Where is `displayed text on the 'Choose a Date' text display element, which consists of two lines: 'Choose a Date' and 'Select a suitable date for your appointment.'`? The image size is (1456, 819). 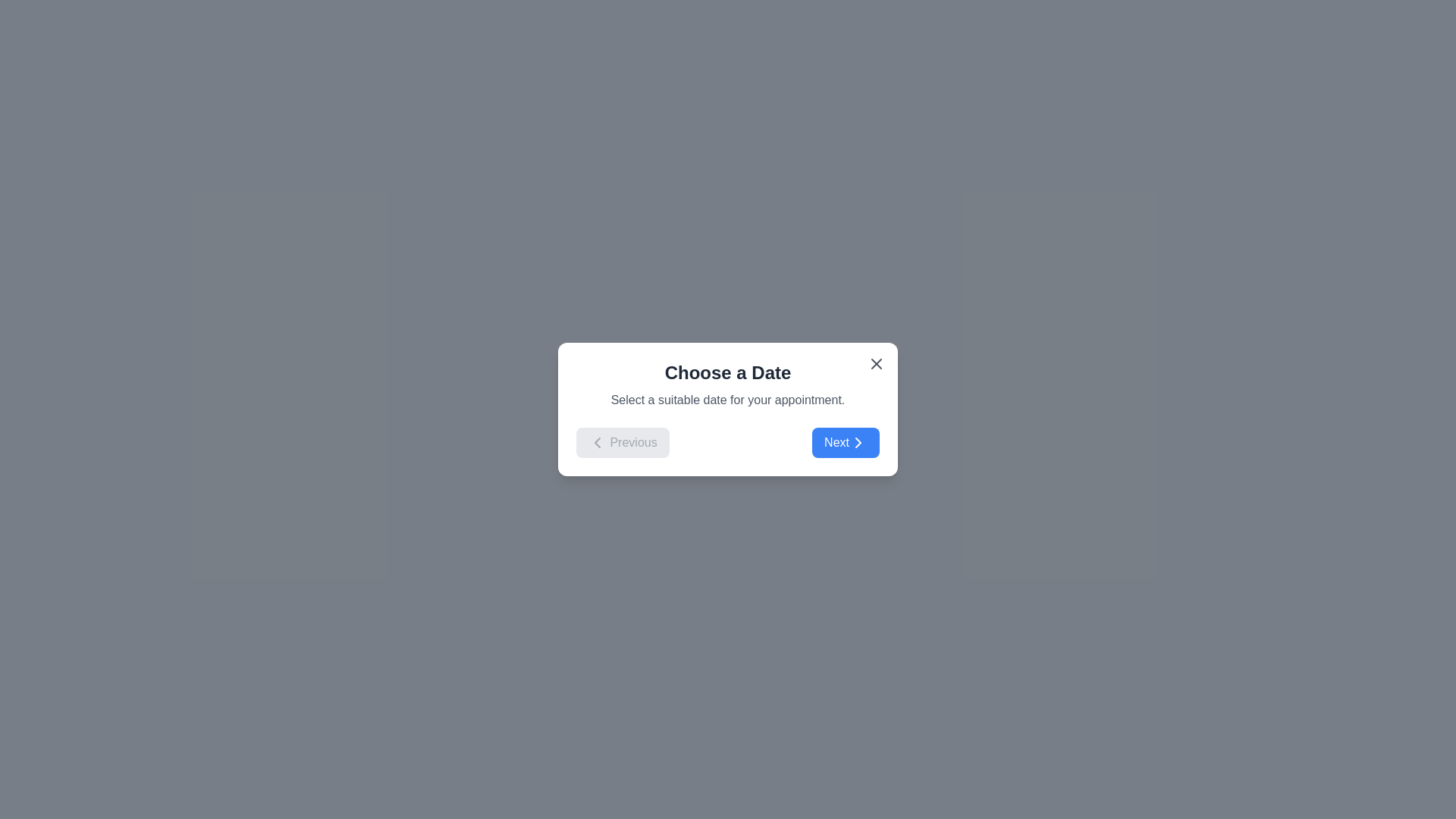 displayed text on the 'Choose a Date' text display element, which consists of two lines: 'Choose a Date' and 'Select a suitable date for your appointment.' is located at coordinates (728, 383).